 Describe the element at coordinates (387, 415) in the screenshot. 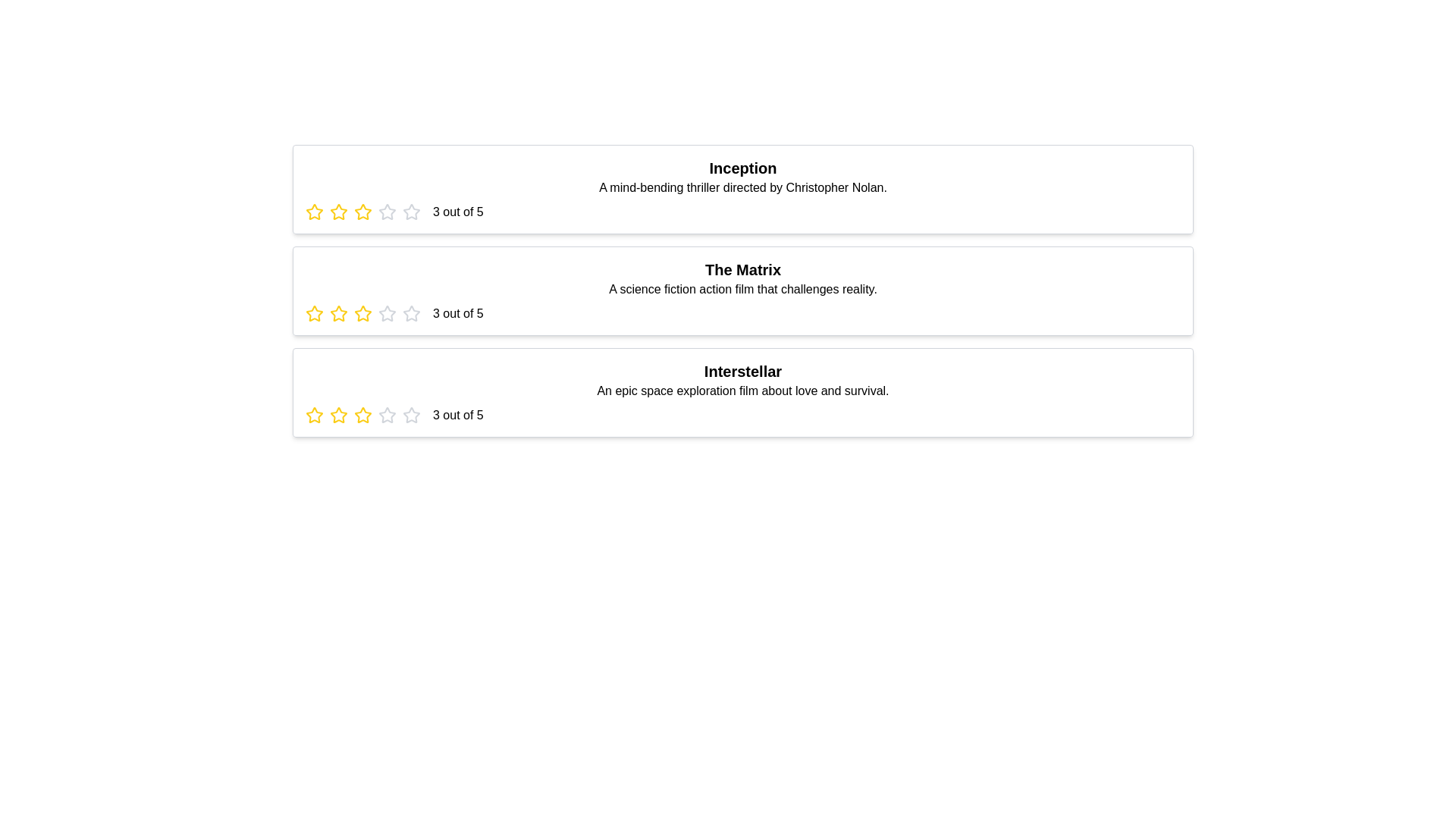

I see `the star corresponding to 4 stars for the movie titled Interstellar` at that location.